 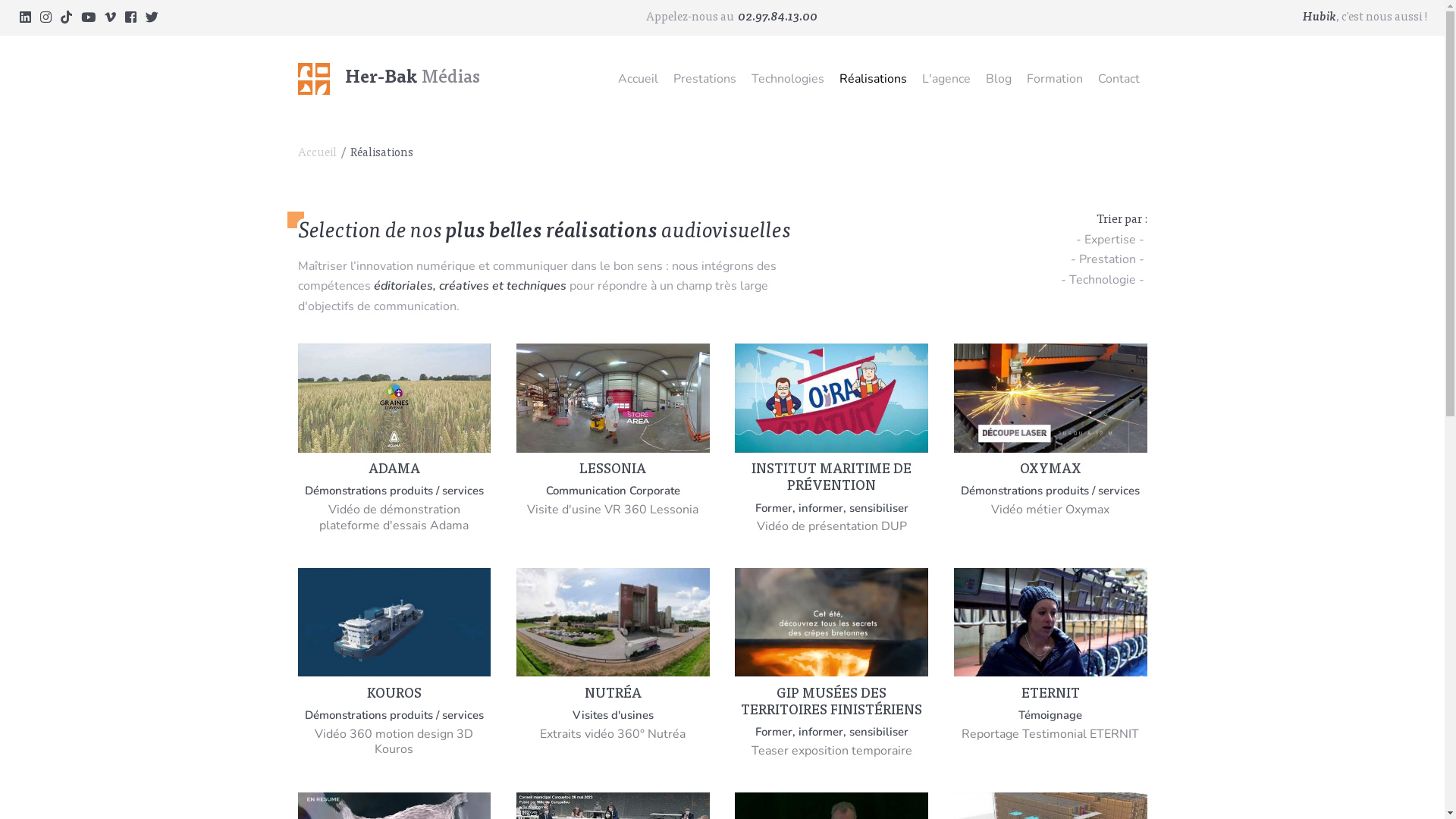 What do you see at coordinates (152, 17) in the screenshot?
I see `'Retrouvez nous sur Twitter'` at bounding box center [152, 17].